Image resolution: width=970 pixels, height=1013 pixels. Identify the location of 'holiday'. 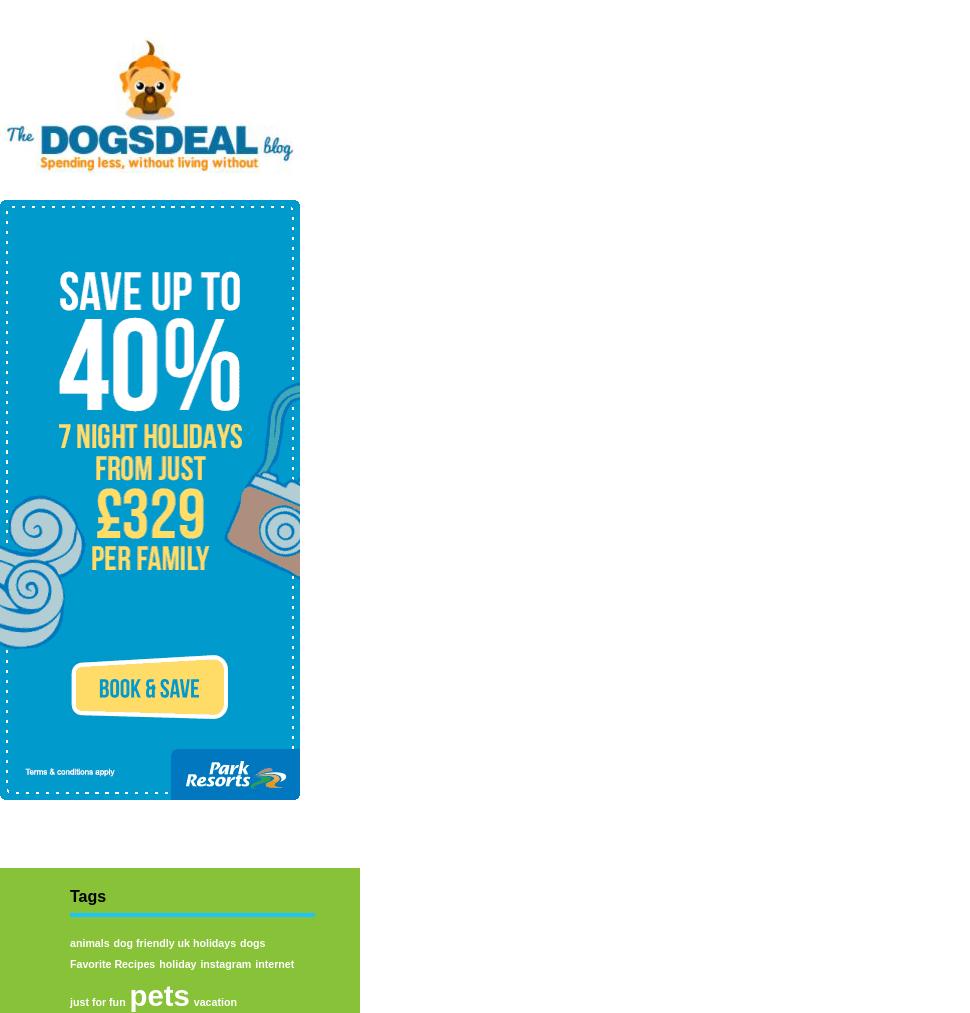
(176, 962).